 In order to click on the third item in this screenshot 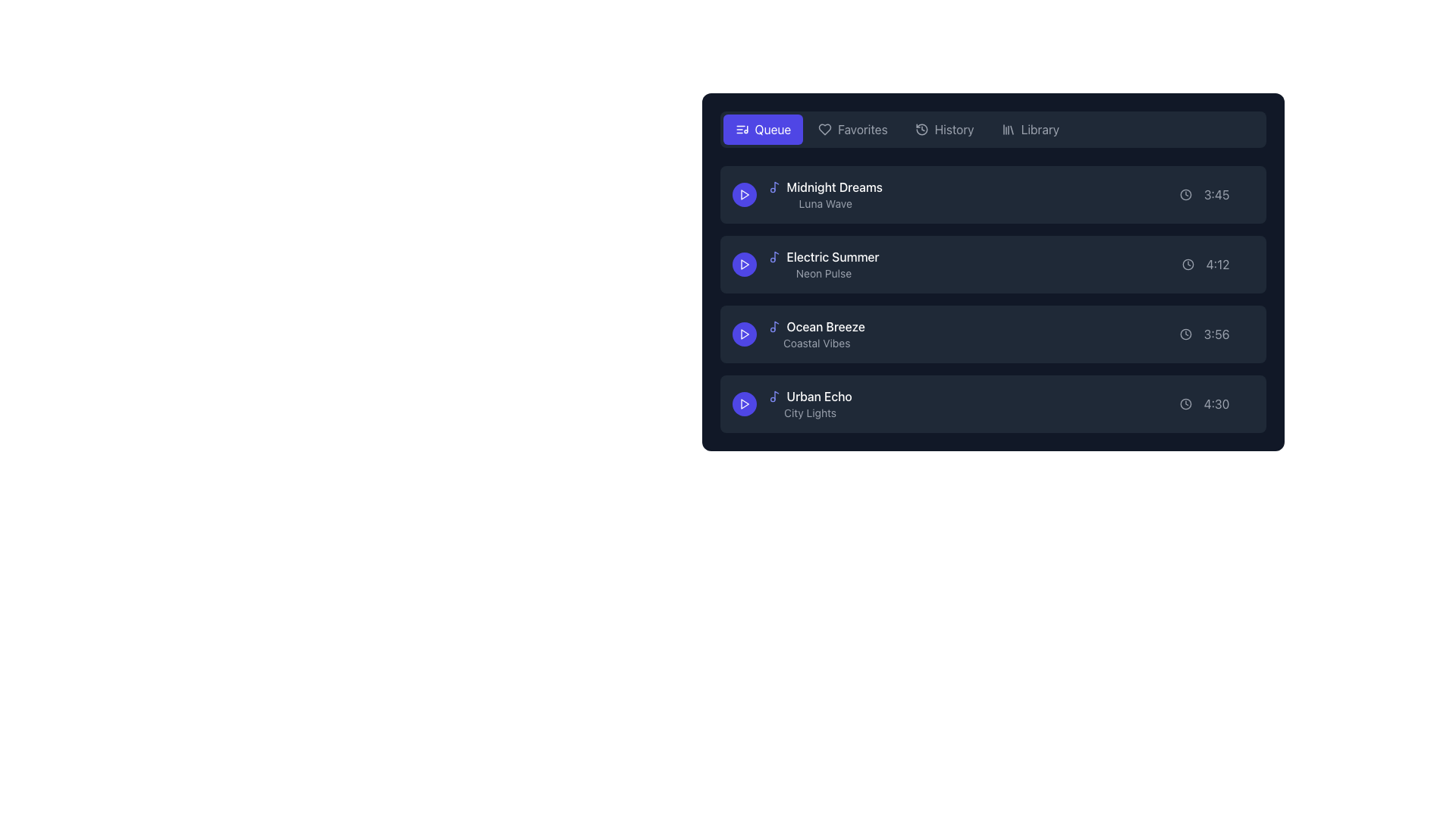, I will do `click(993, 299)`.